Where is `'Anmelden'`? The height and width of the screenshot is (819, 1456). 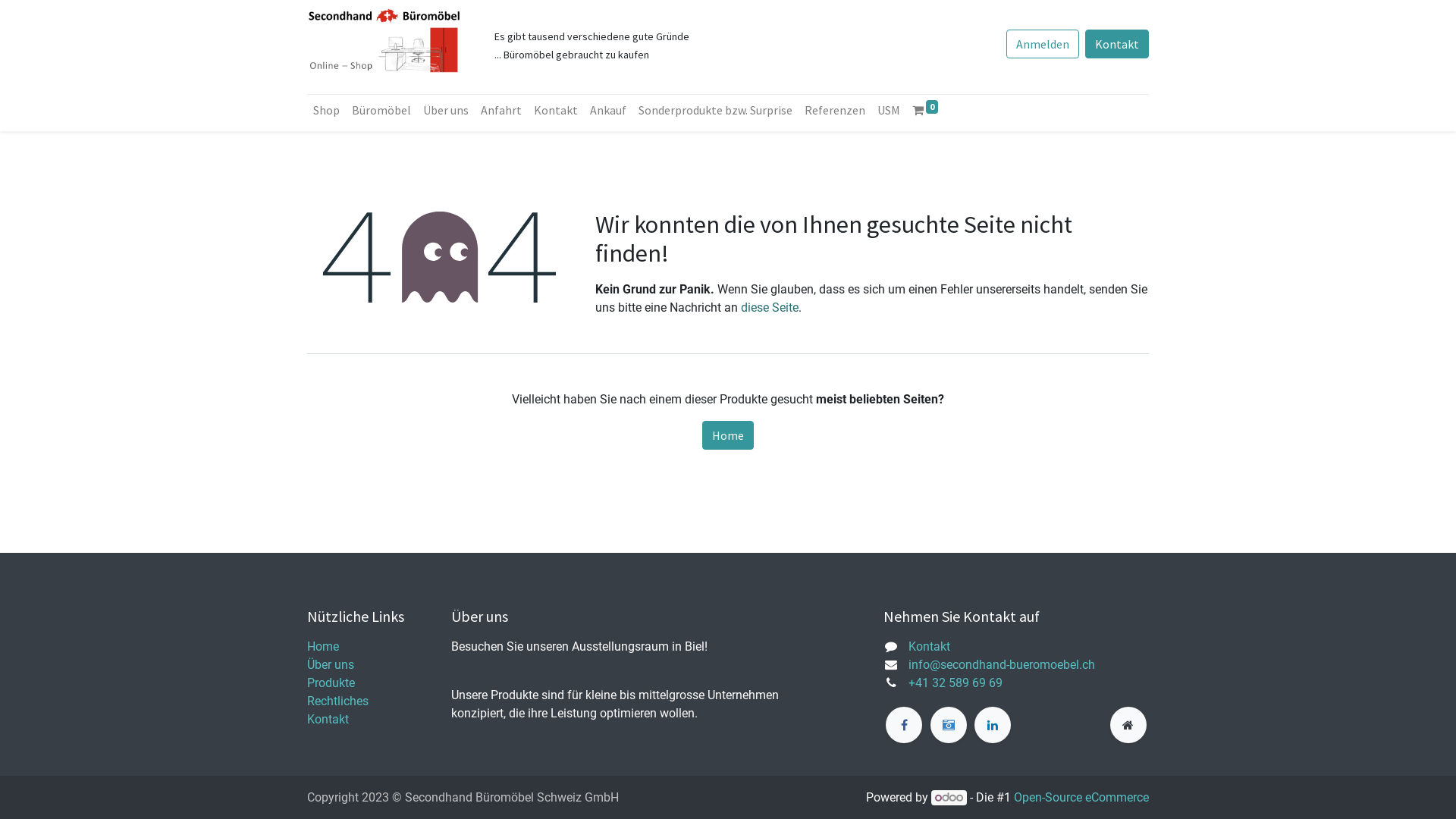
'Anmelden' is located at coordinates (1041, 42).